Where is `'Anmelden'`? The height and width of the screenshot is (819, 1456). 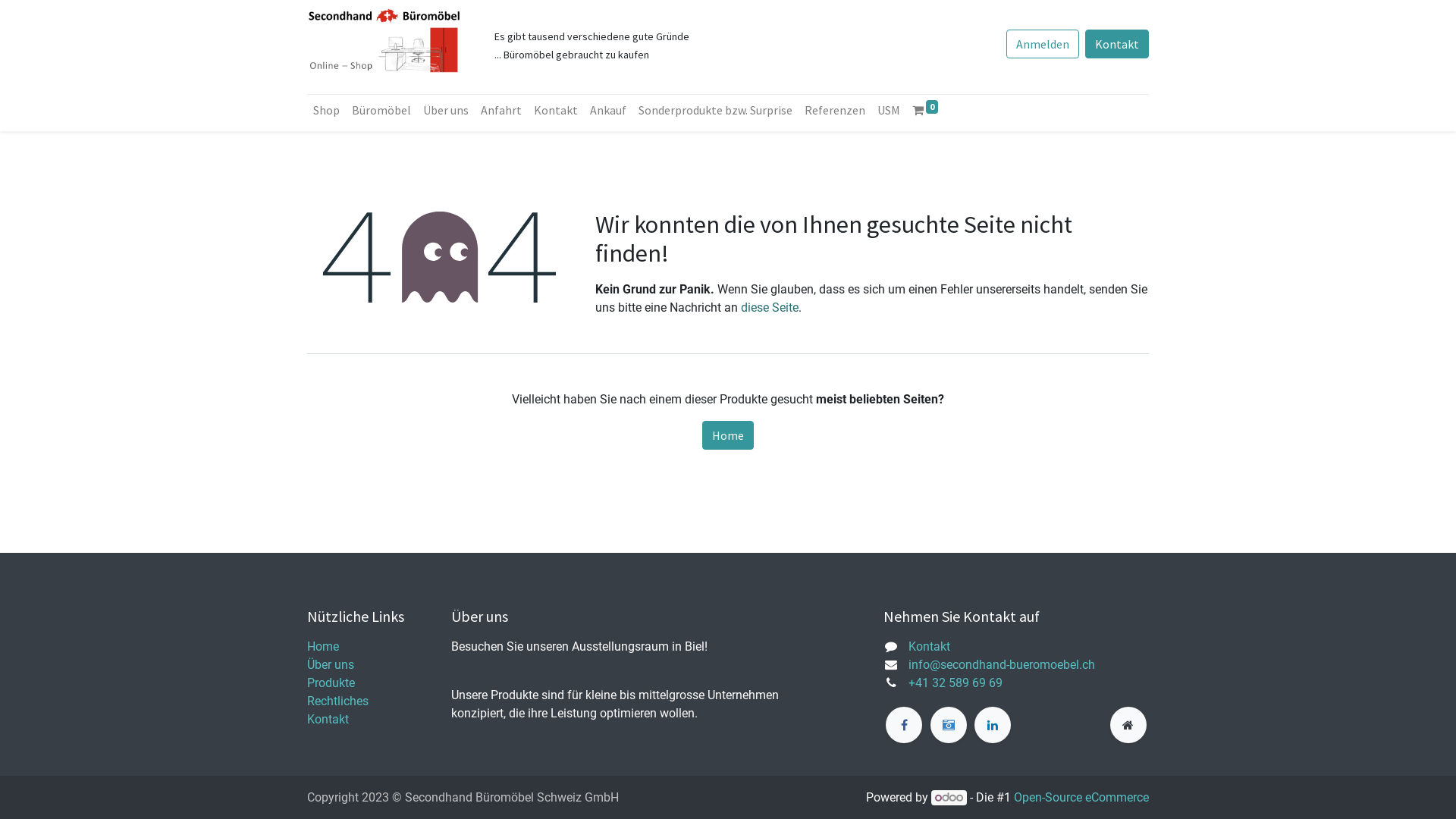
'Anmelden' is located at coordinates (1041, 42).